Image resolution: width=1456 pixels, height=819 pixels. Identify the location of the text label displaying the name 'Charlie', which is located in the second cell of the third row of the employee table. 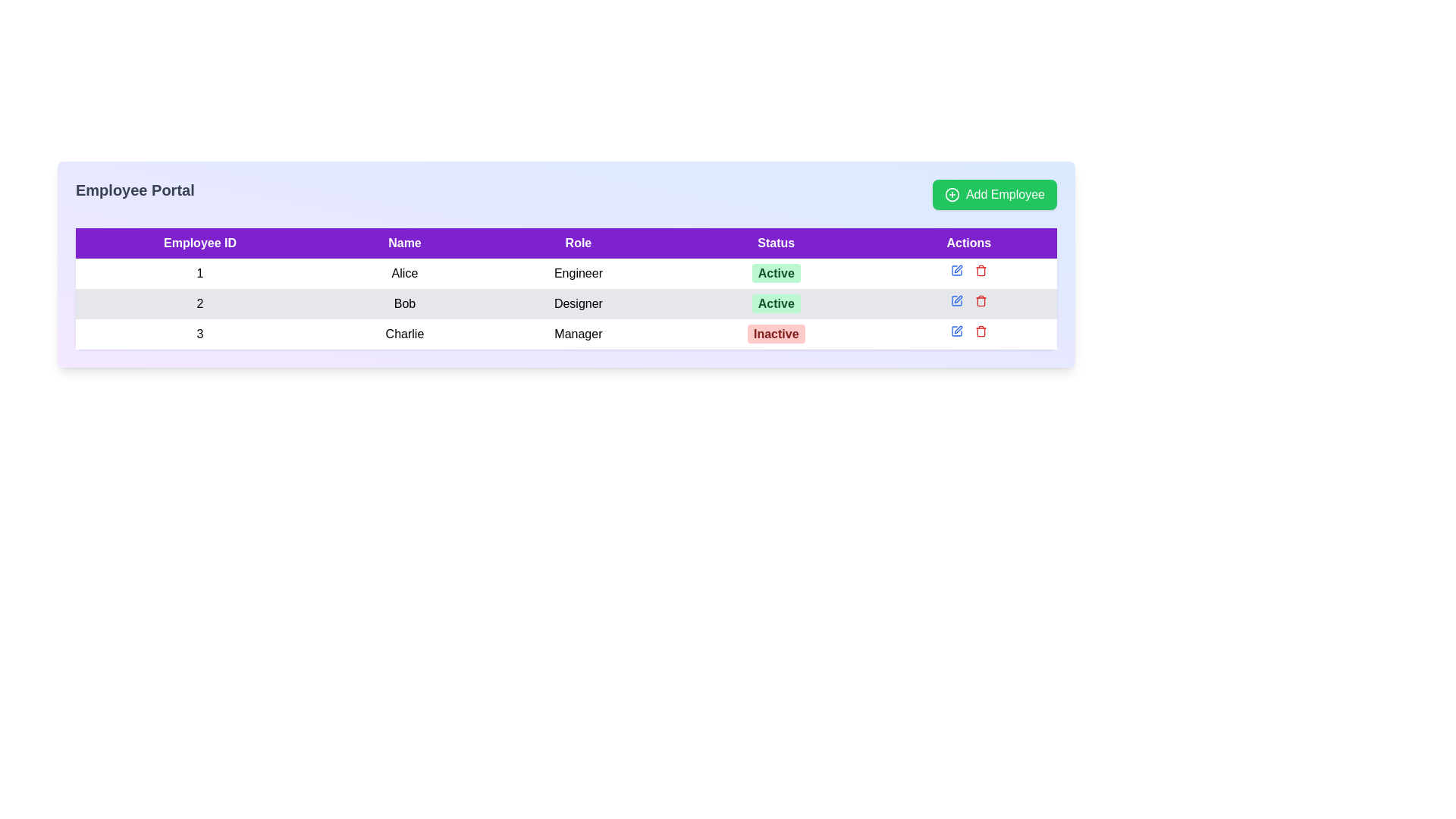
(404, 333).